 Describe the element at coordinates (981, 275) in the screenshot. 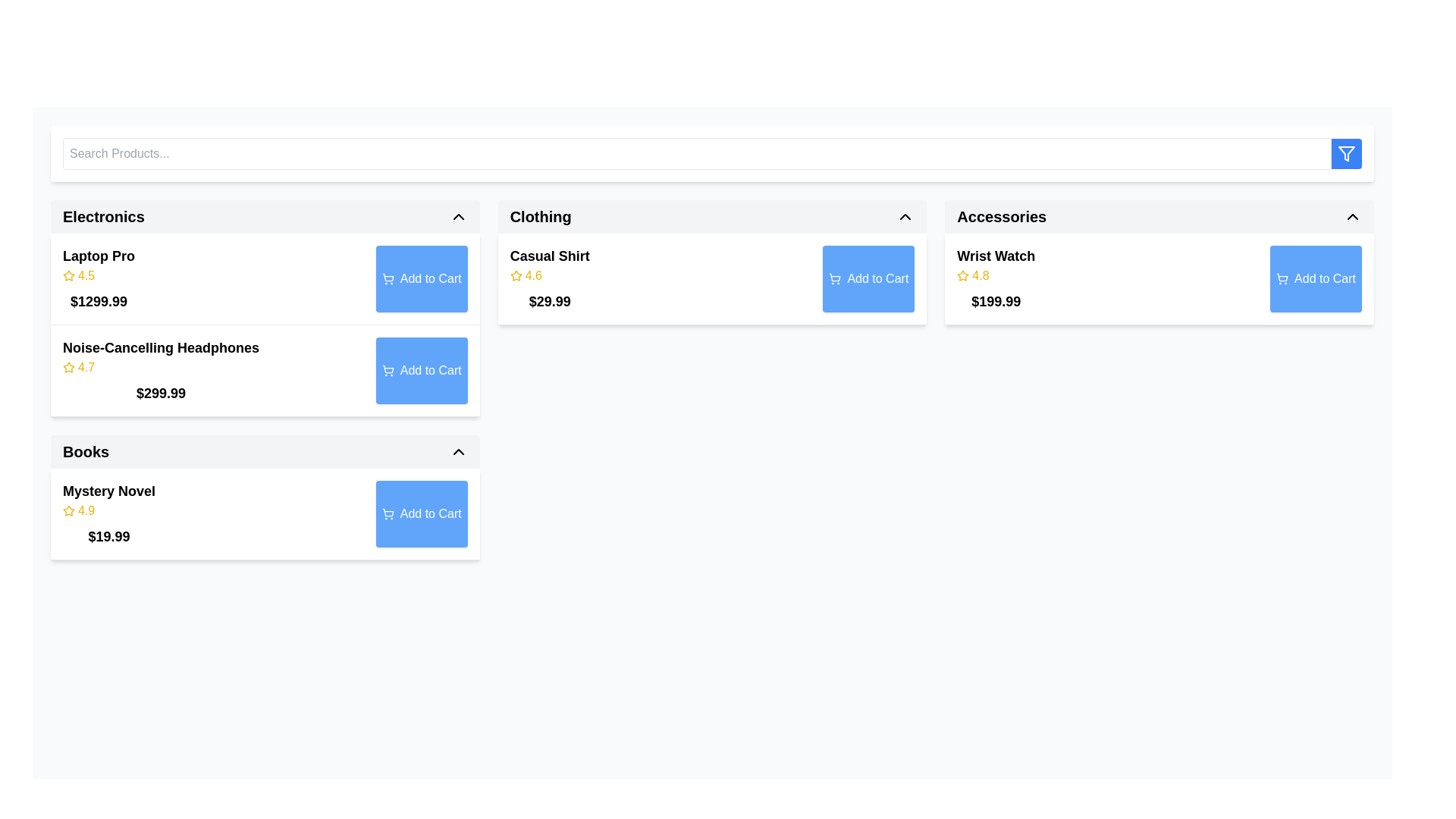

I see `the text element displaying '4.8' styled in yellow, located in the 'Wrist Watch' section under 'Accessories', adjacent to a star icon` at that location.